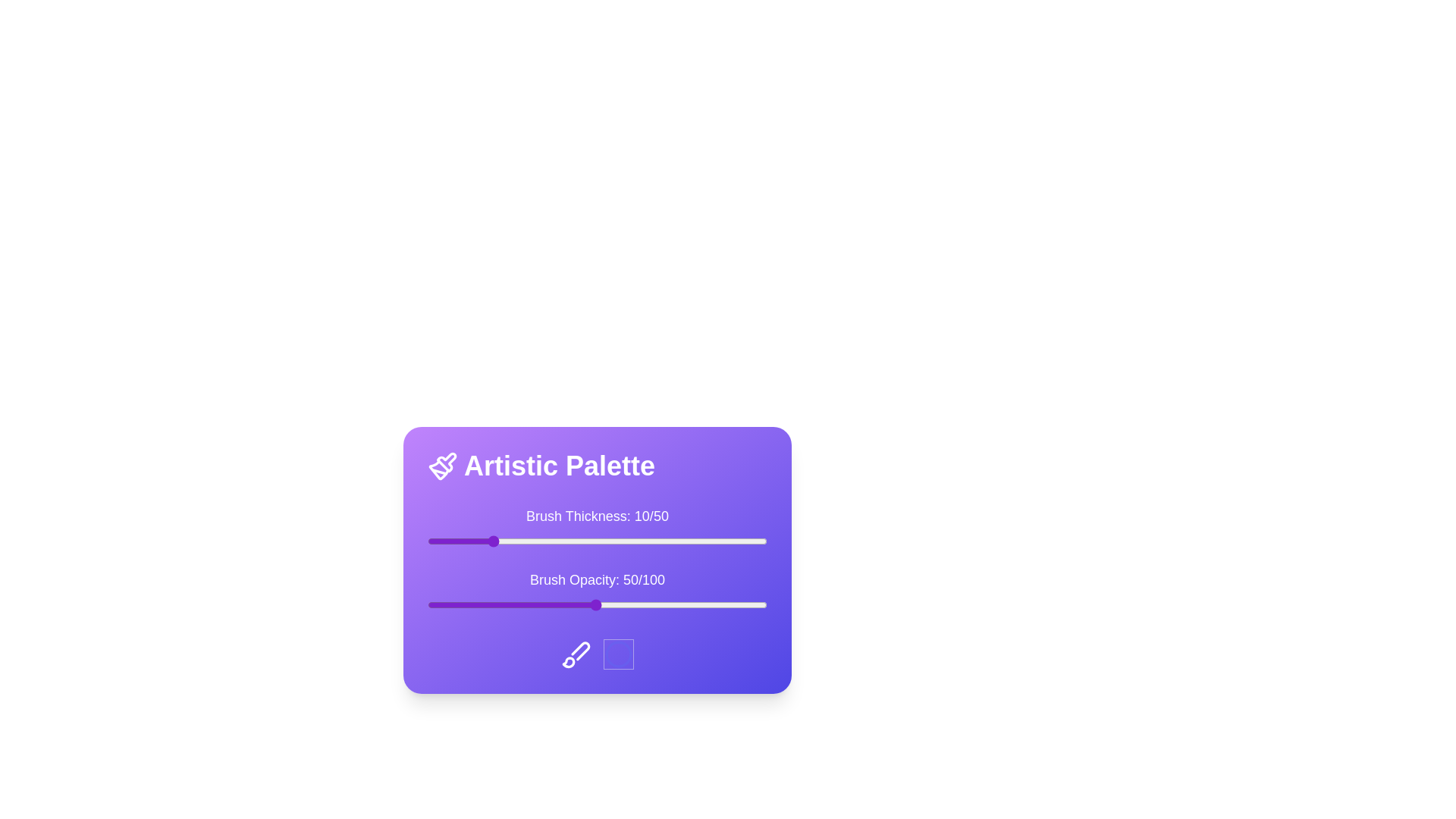  Describe the element at coordinates (485, 604) in the screenshot. I see `the 'Brush Opacity' slider to set the opacity to 18%` at that location.